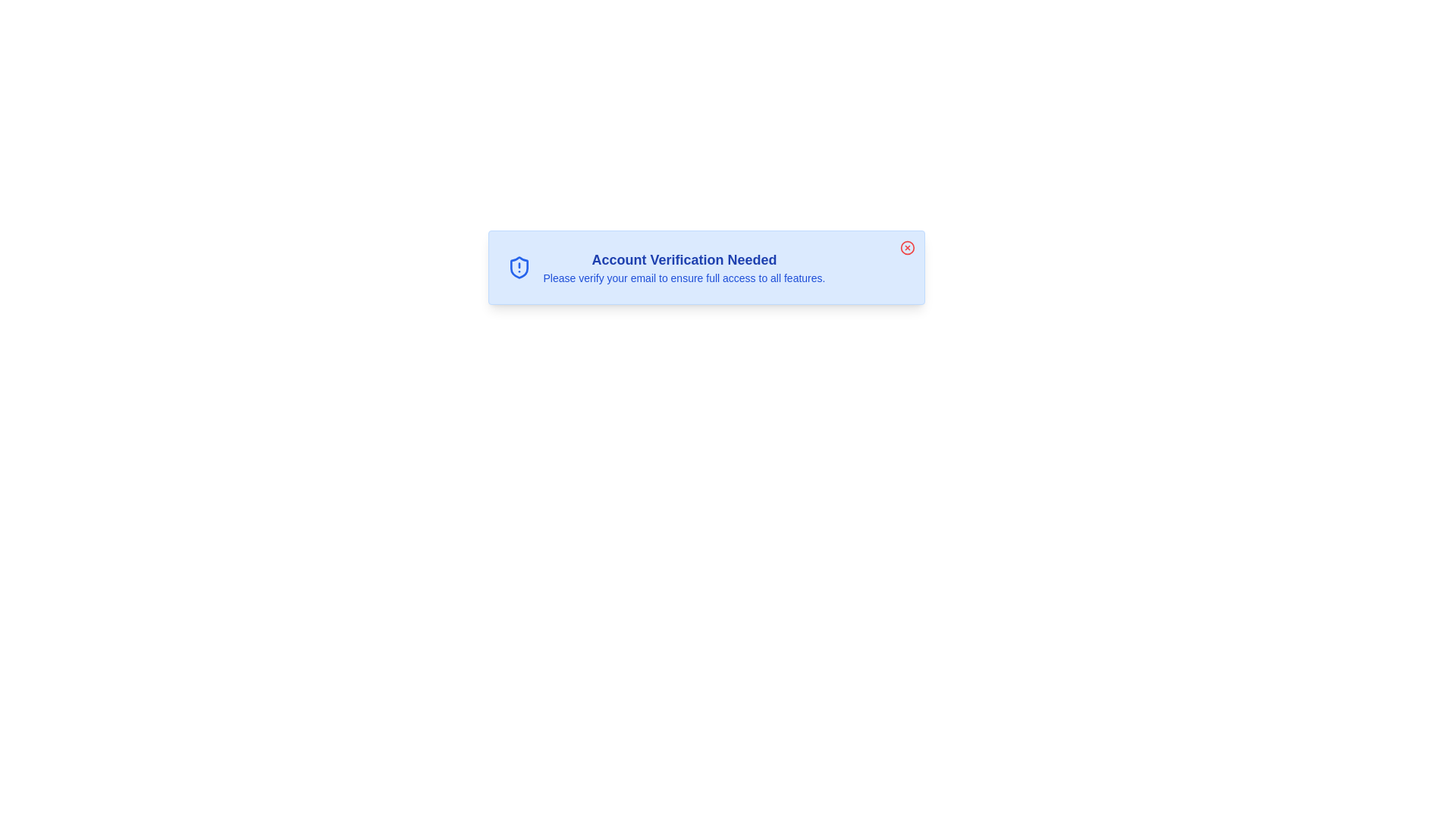  What do you see at coordinates (519, 267) in the screenshot?
I see `the visual warning indicator icon located near the top-left corner of the notification banner, which alerts the user to account verification requirements` at bounding box center [519, 267].